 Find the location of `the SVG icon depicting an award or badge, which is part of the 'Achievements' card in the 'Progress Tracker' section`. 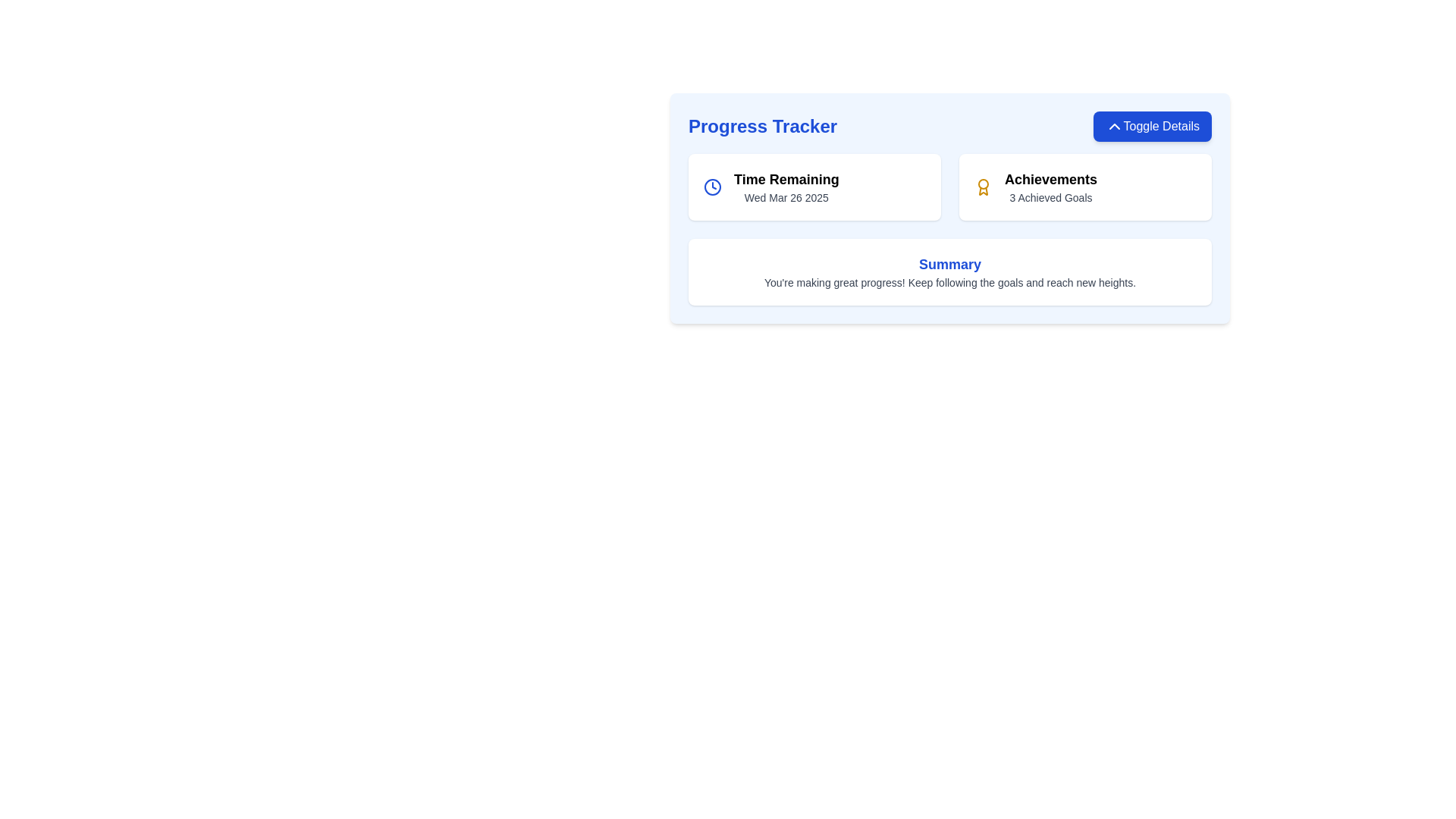

the SVG icon depicting an award or badge, which is part of the 'Achievements' card in the 'Progress Tracker' section is located at coordinates (983, 184).